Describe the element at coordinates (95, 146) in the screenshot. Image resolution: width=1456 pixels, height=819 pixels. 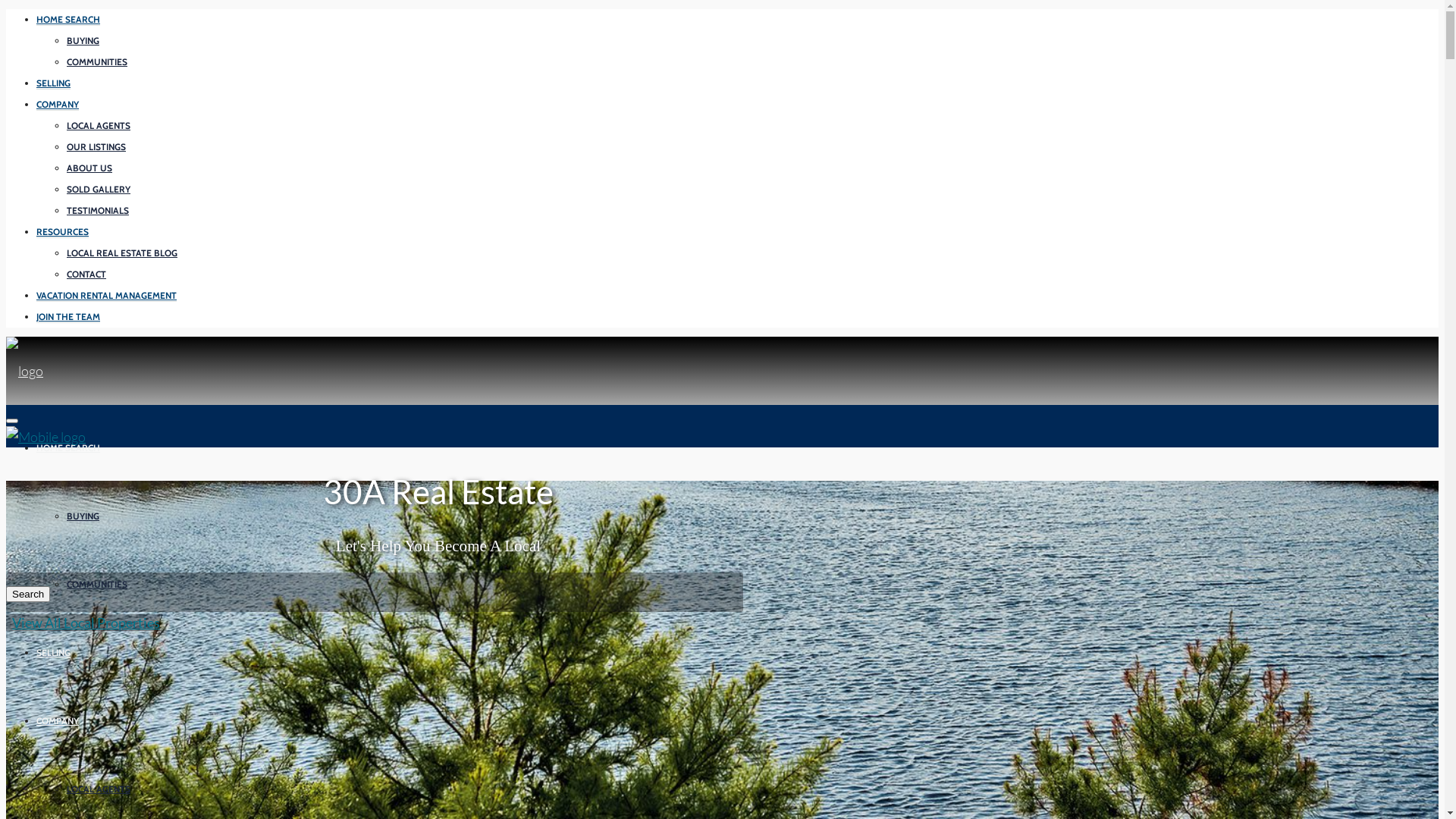
I see `'OUR LISTINGS'` at that location.